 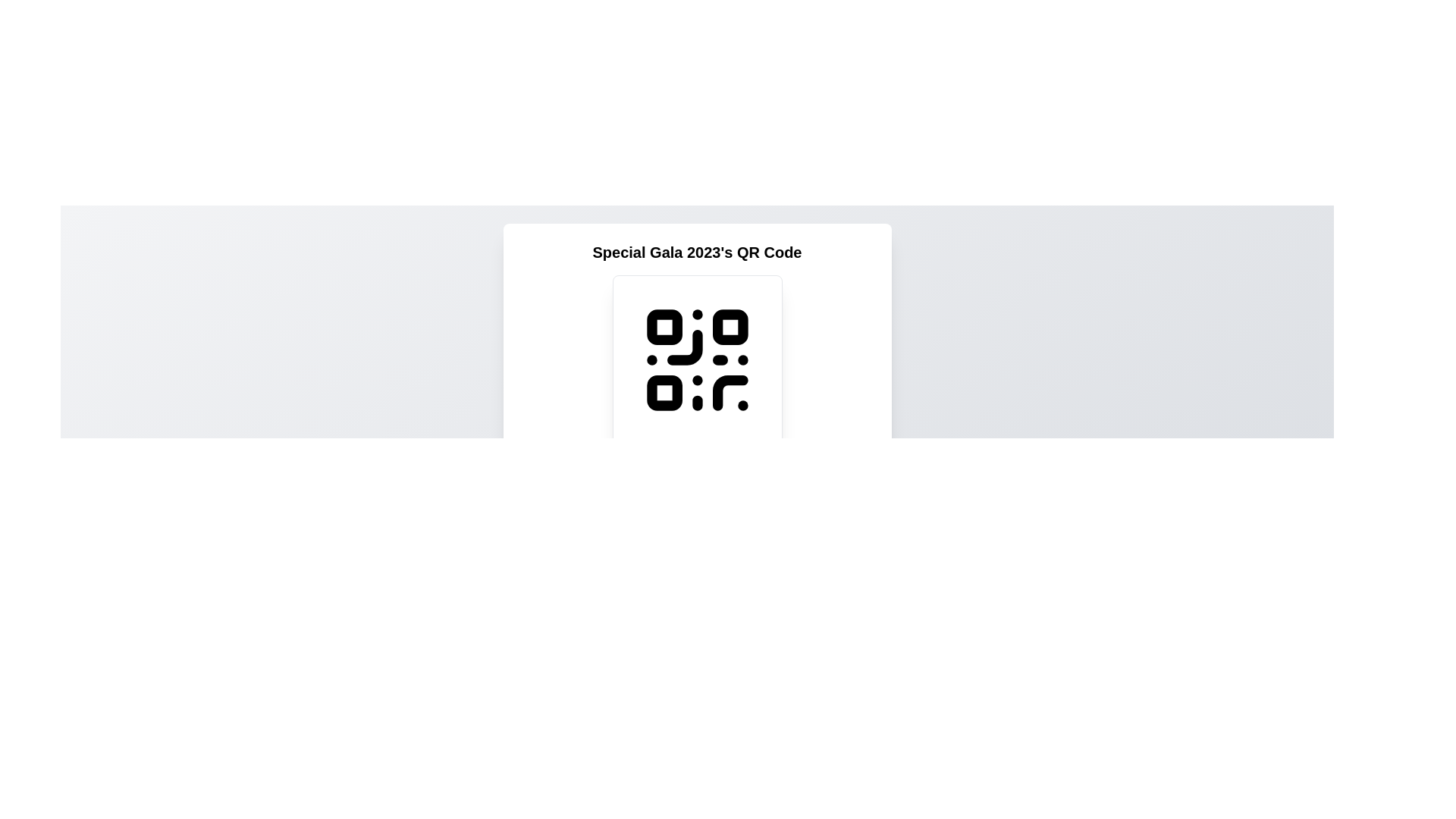 What do you see at coordinates (730, 326) in the screenshot?
I see `the top-right square of the QR code labeled 'Special Gala 2023's QR Code'` at bounding box center [730, 326].